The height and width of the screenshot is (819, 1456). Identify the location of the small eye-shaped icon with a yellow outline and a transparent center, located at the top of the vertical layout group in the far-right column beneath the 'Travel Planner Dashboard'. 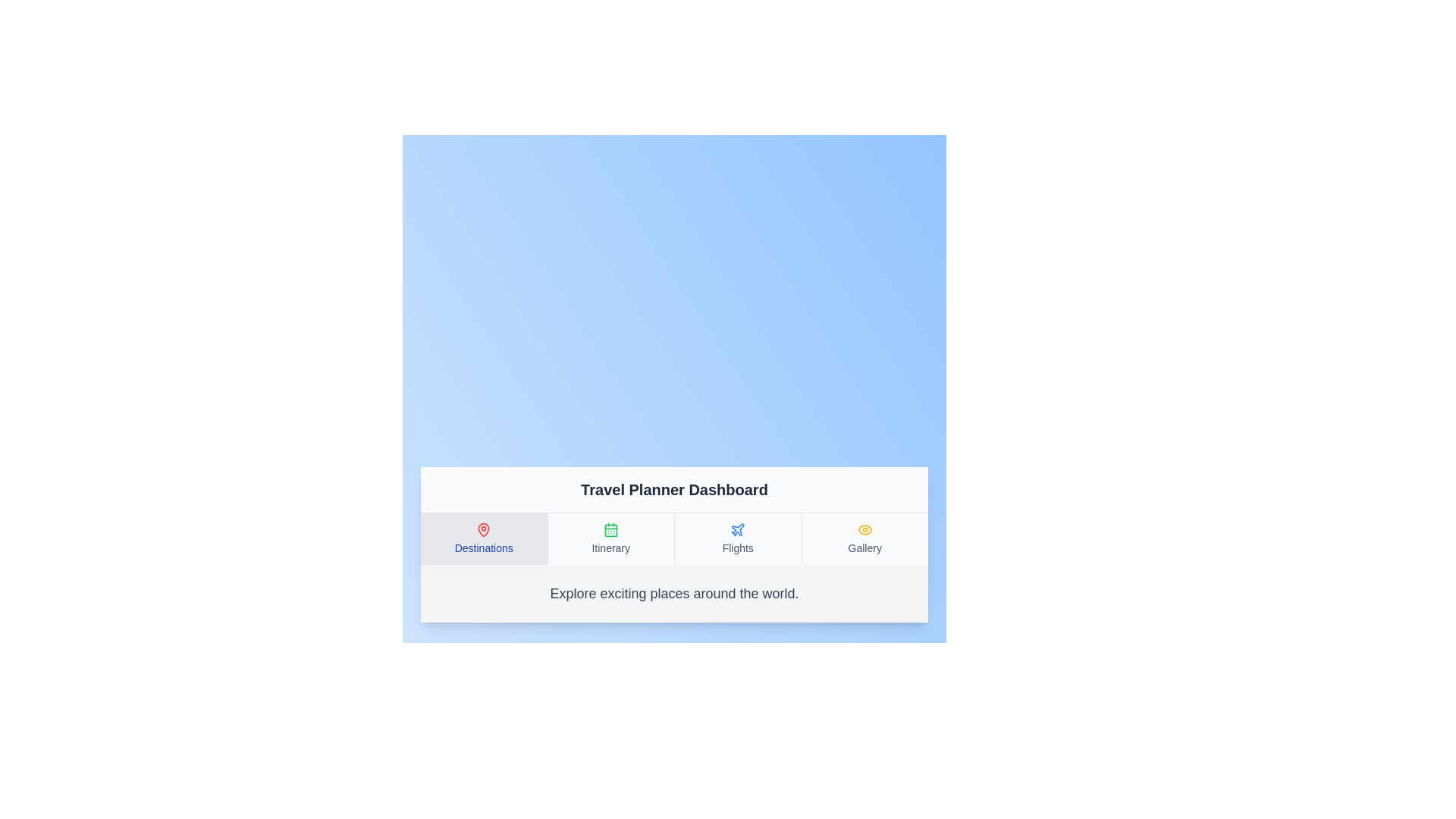
(864, 529).